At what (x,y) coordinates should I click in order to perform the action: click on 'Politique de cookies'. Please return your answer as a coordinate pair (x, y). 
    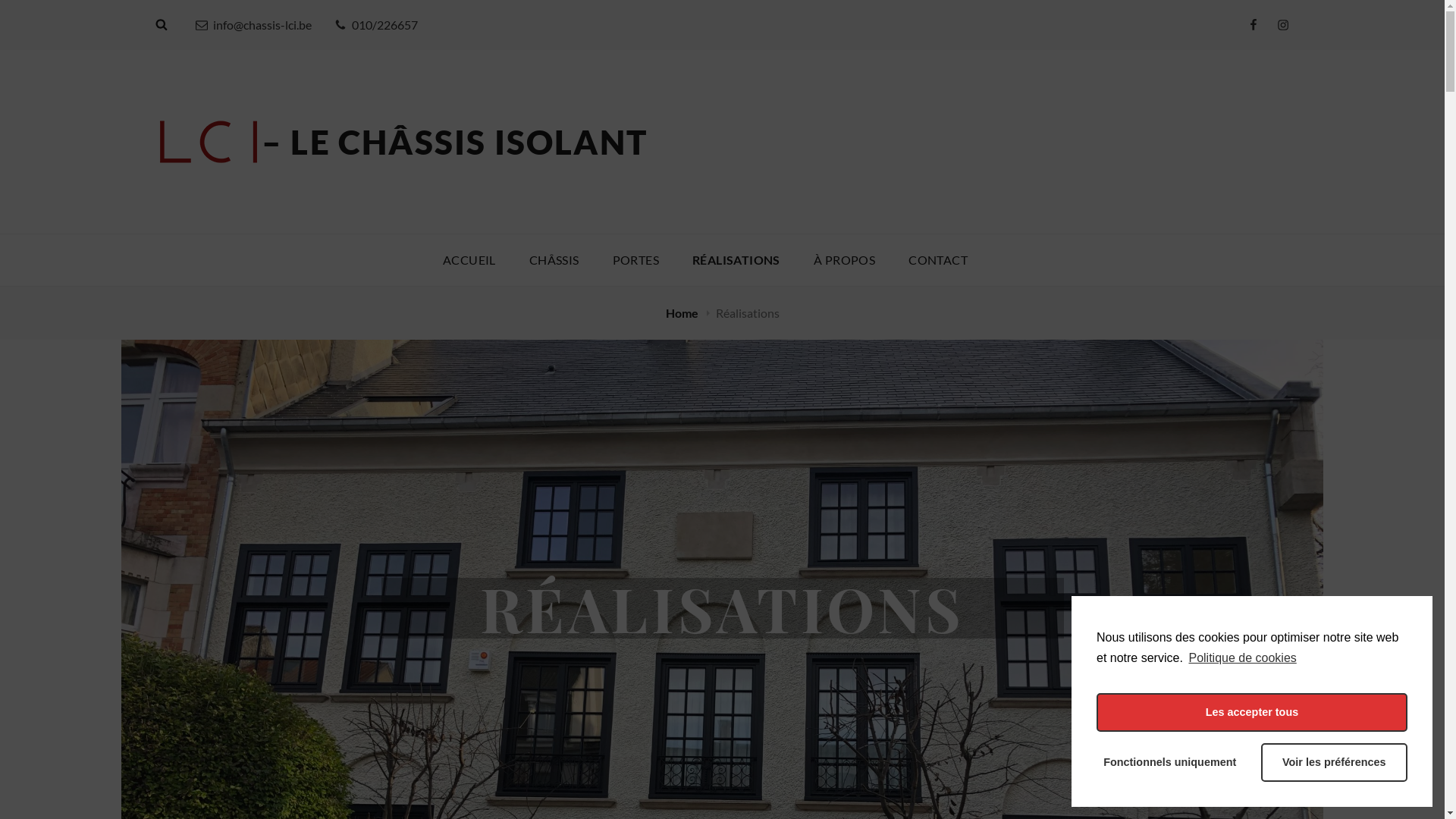
    Looking at the image, I should click on (1241, 657).